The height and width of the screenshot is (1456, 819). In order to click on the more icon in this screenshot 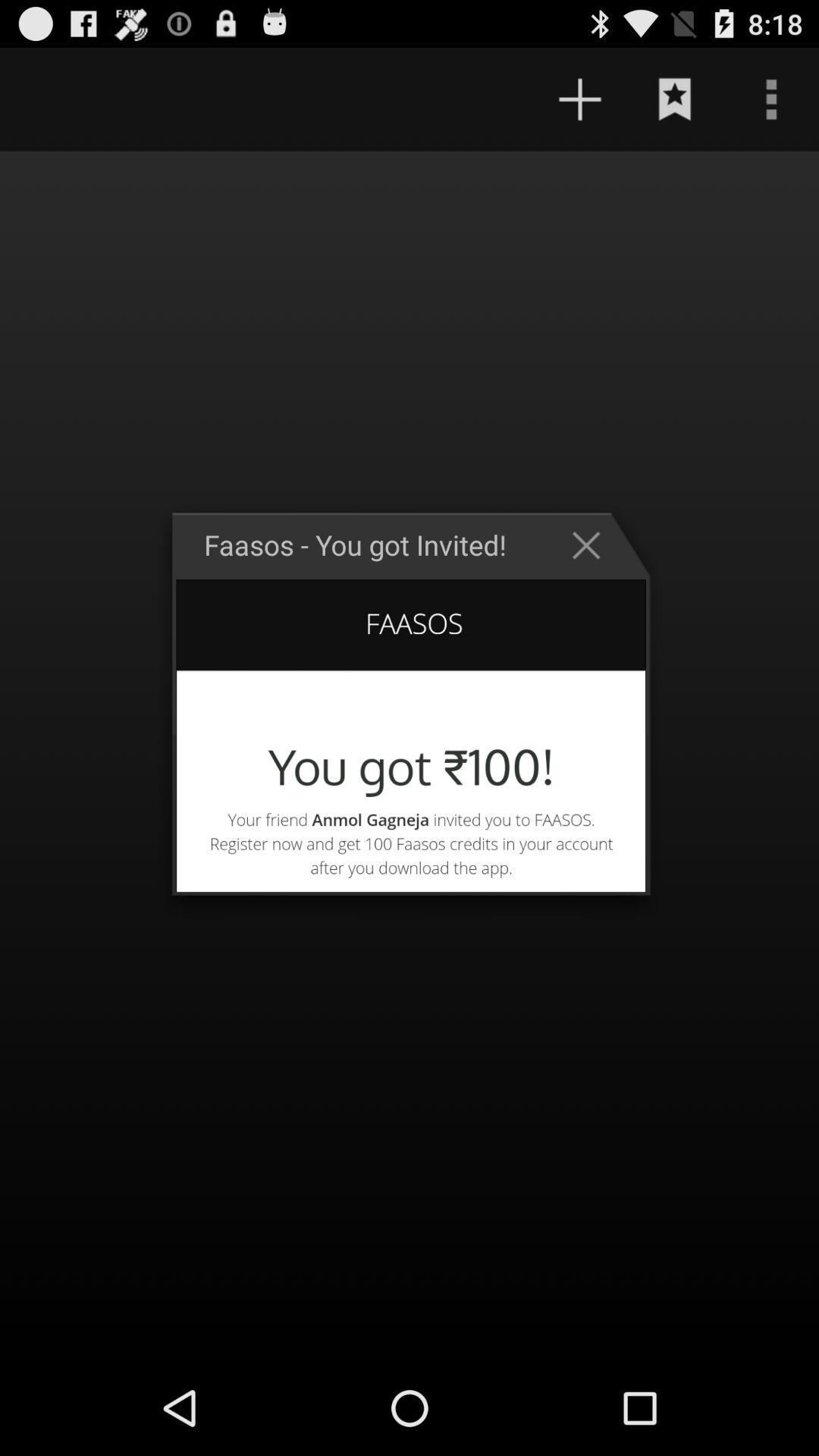, I will do `click(771, 105)`.